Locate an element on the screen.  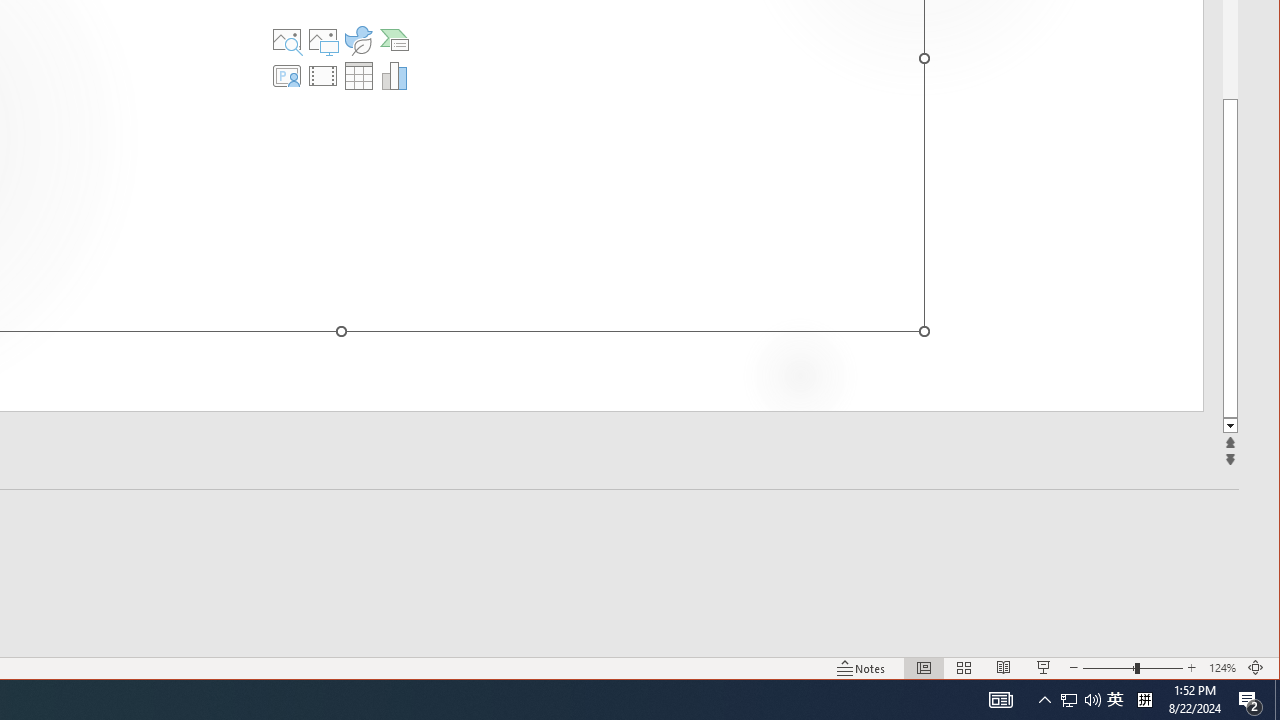
'Zoom 124%' is located at coordinates (1221, 668).